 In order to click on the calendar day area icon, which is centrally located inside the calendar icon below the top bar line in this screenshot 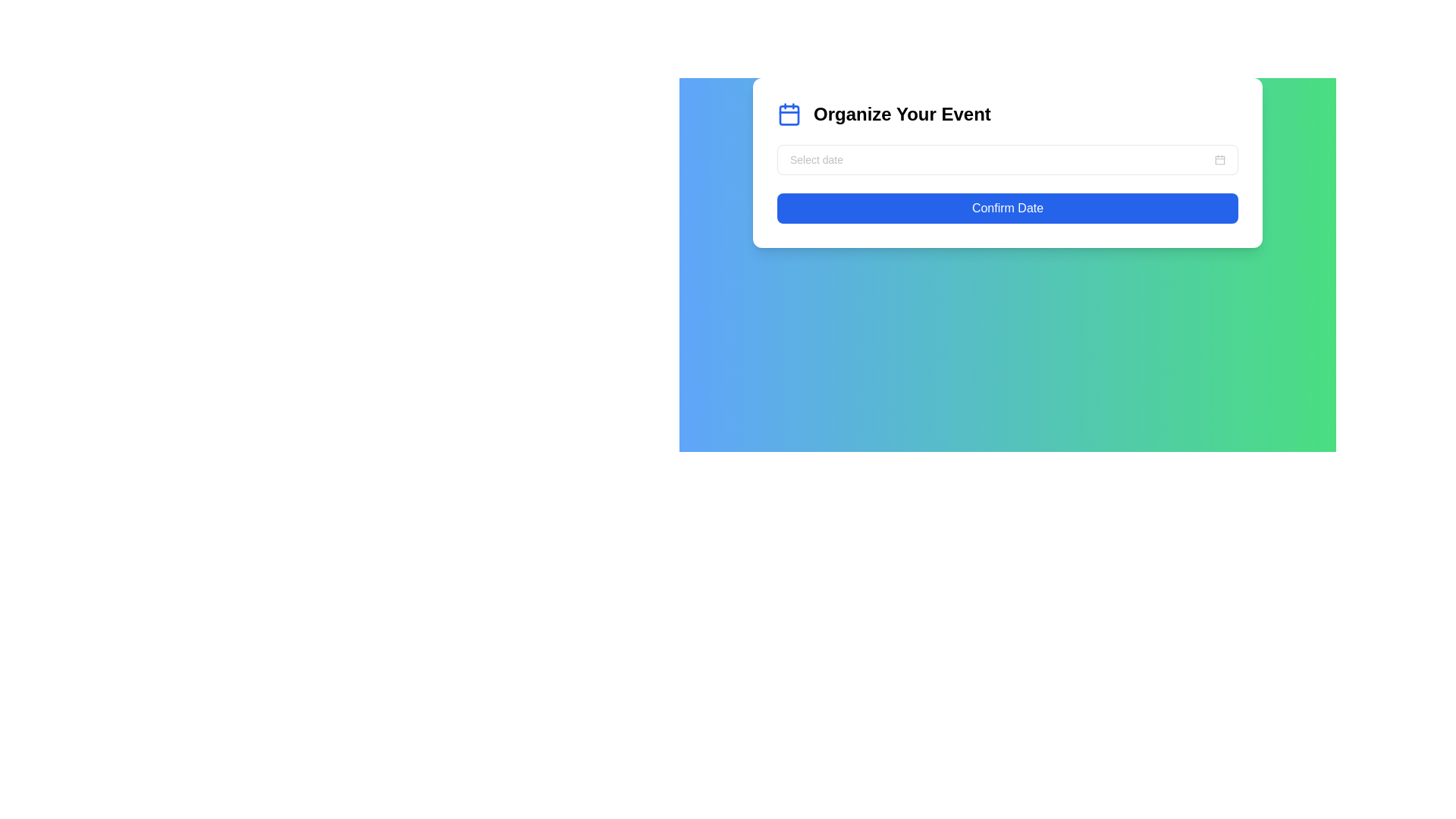, I will do `click(789, 114)`.